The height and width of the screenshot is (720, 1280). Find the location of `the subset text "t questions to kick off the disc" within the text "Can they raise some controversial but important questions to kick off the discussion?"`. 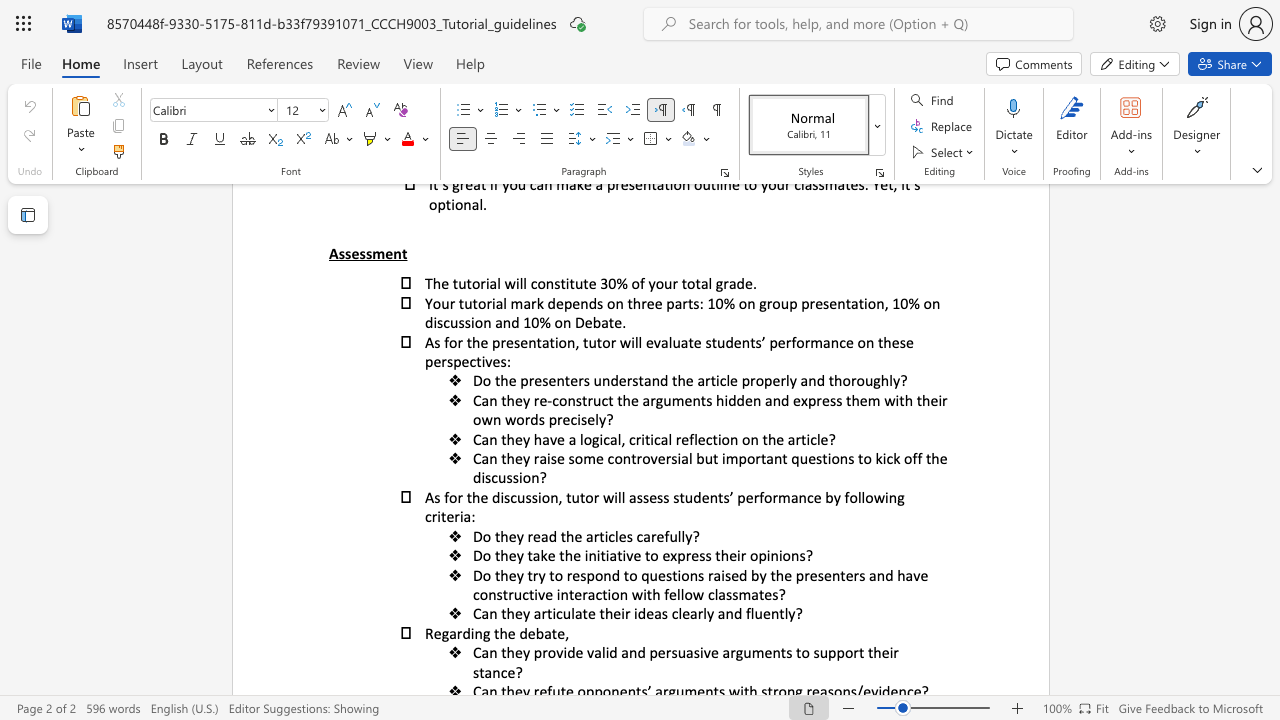

the subset text "t questions to kick off the disc" within the text "Can they raise some controversial but important questions to kick off the discussion?" is located at coordinates (781, 458).